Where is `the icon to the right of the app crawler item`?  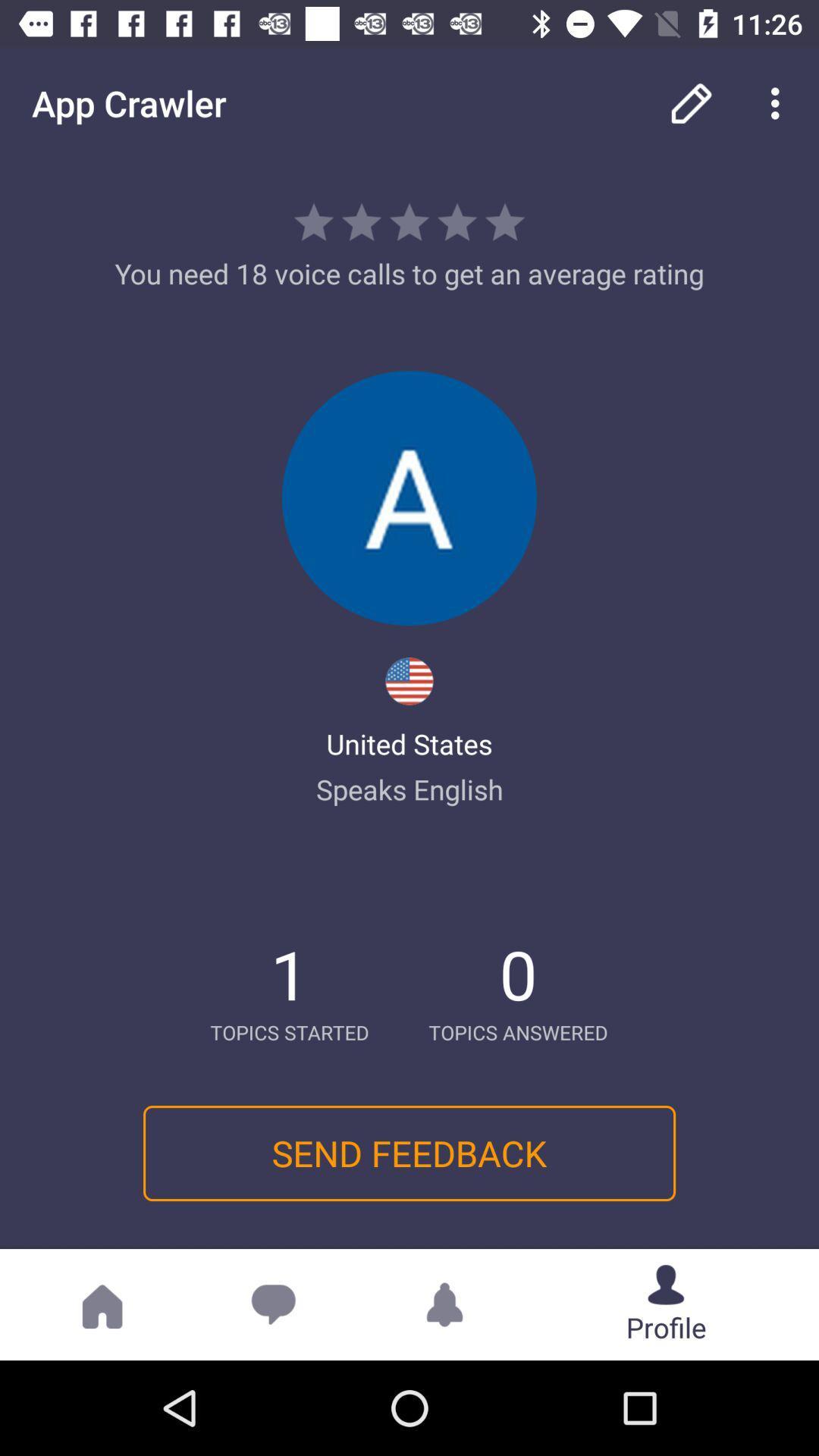 the icon to the right of the app crawler item is located at coordinates (691, 102).